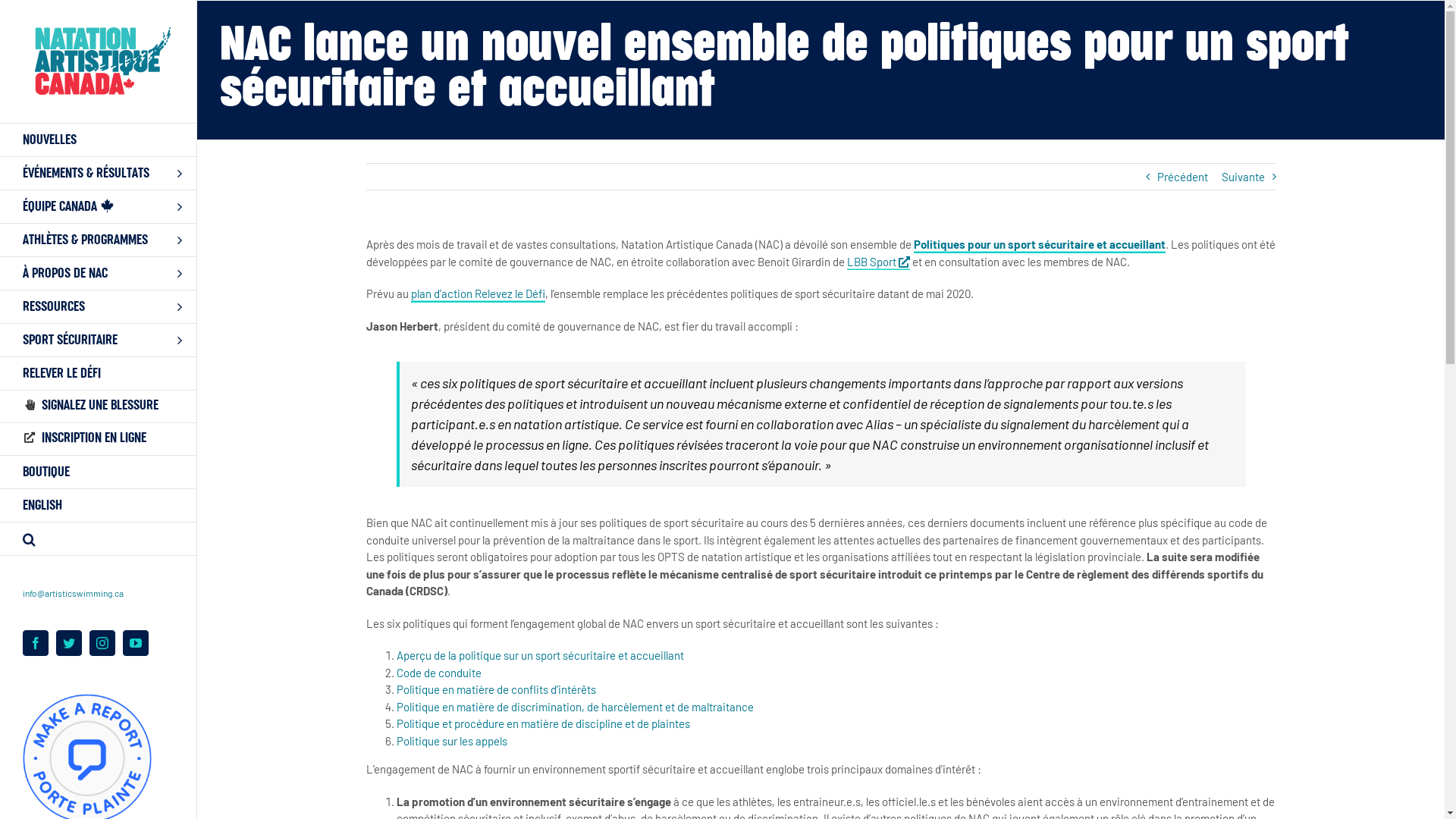 This screenshot has width=1456, height=819. What do you see at coordinates (97, 538) in the screenshot?
I see `'Search'` at bounding box center [97, 538].